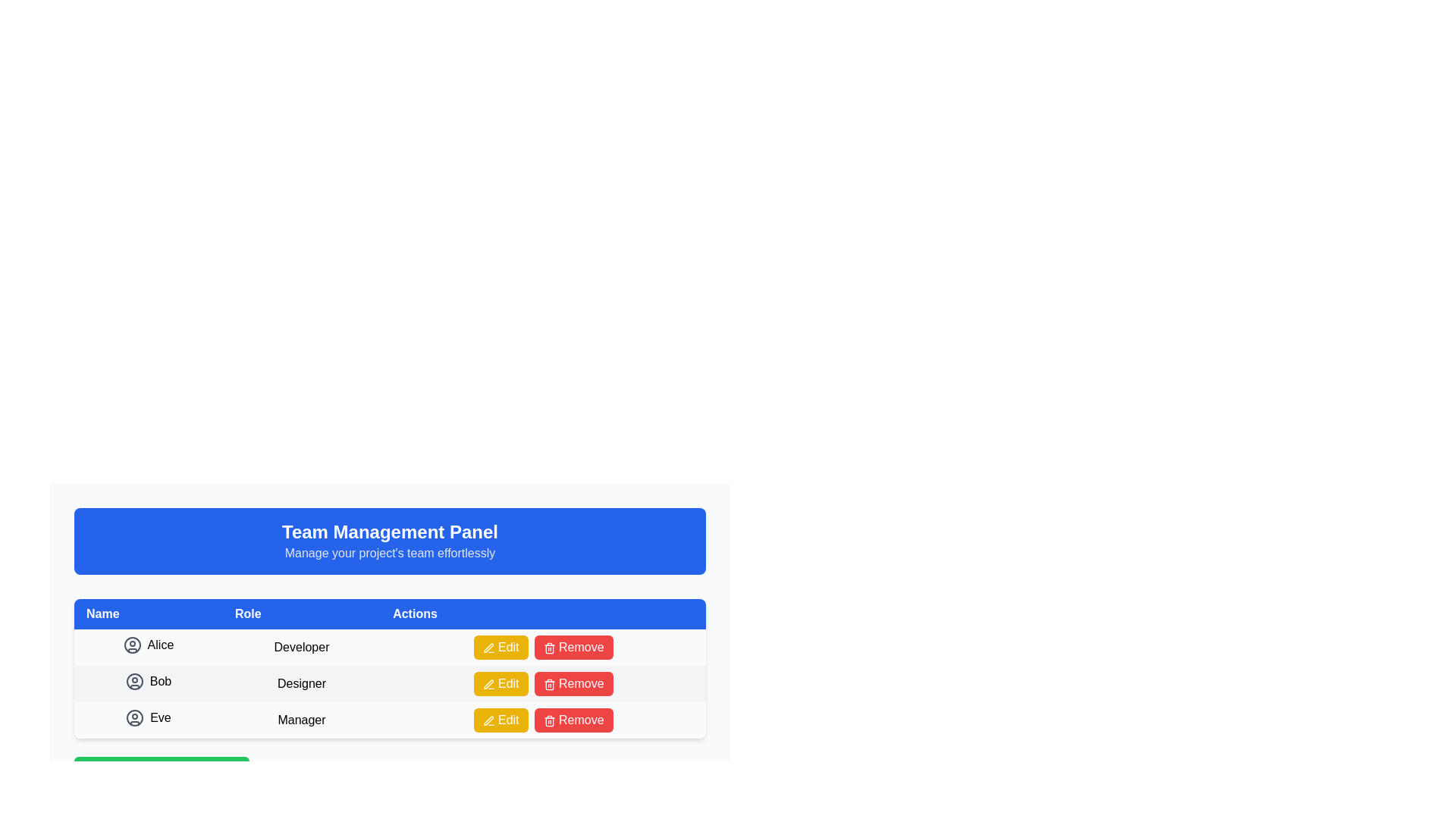 This screenshot has width=1456, height=819. Describe the element at coordinates (488, 648) in the screenshot. I see `the pen icon located inside the first 'Edit' button for the user with the role 'Developer' in the table` at that location.